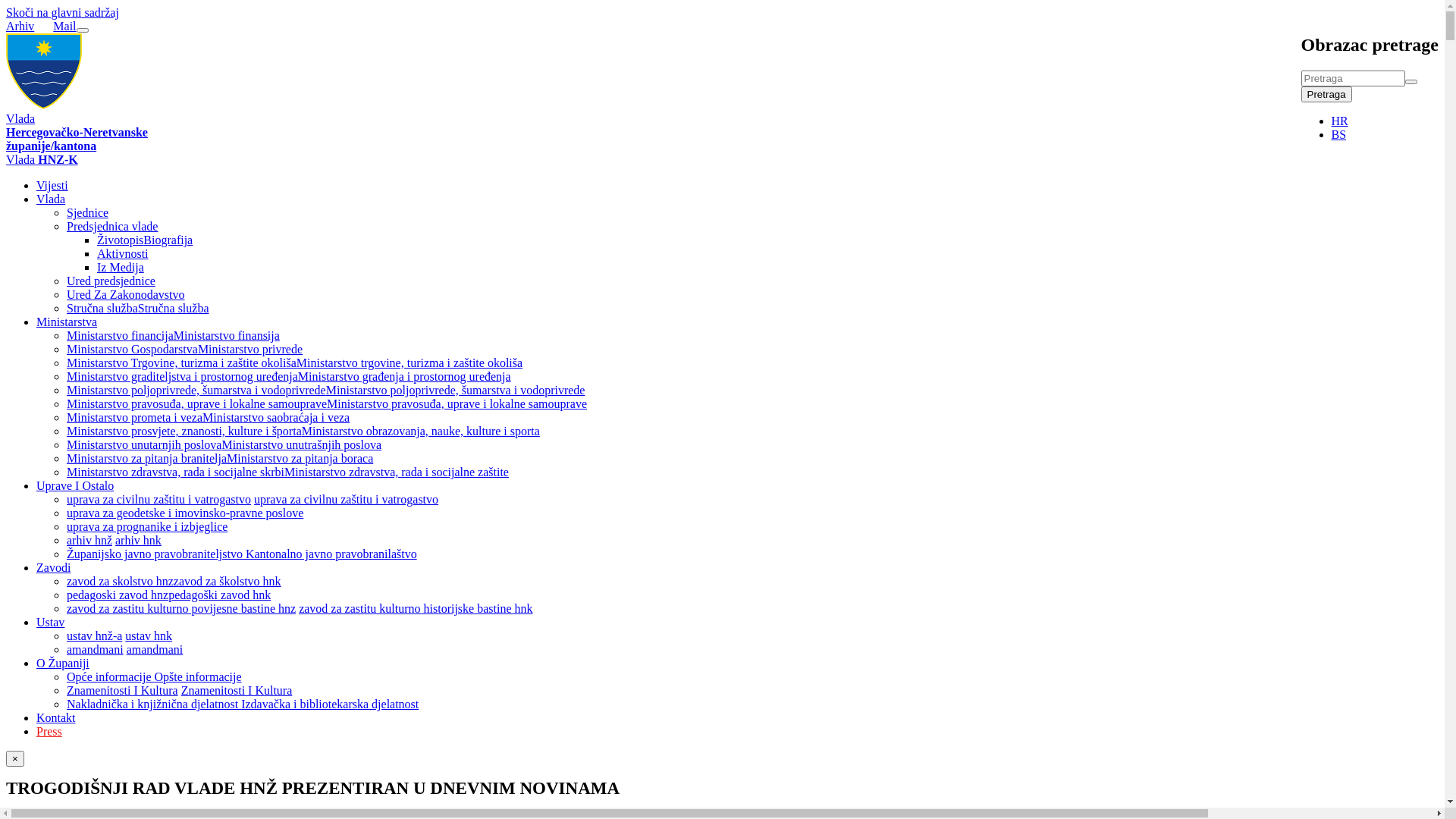 Image resolution: width=1456 pixels, height=819 pixels. Describe the element at coordinates (94, 648) in the screenshot. I see `'amandmani'` at that location.